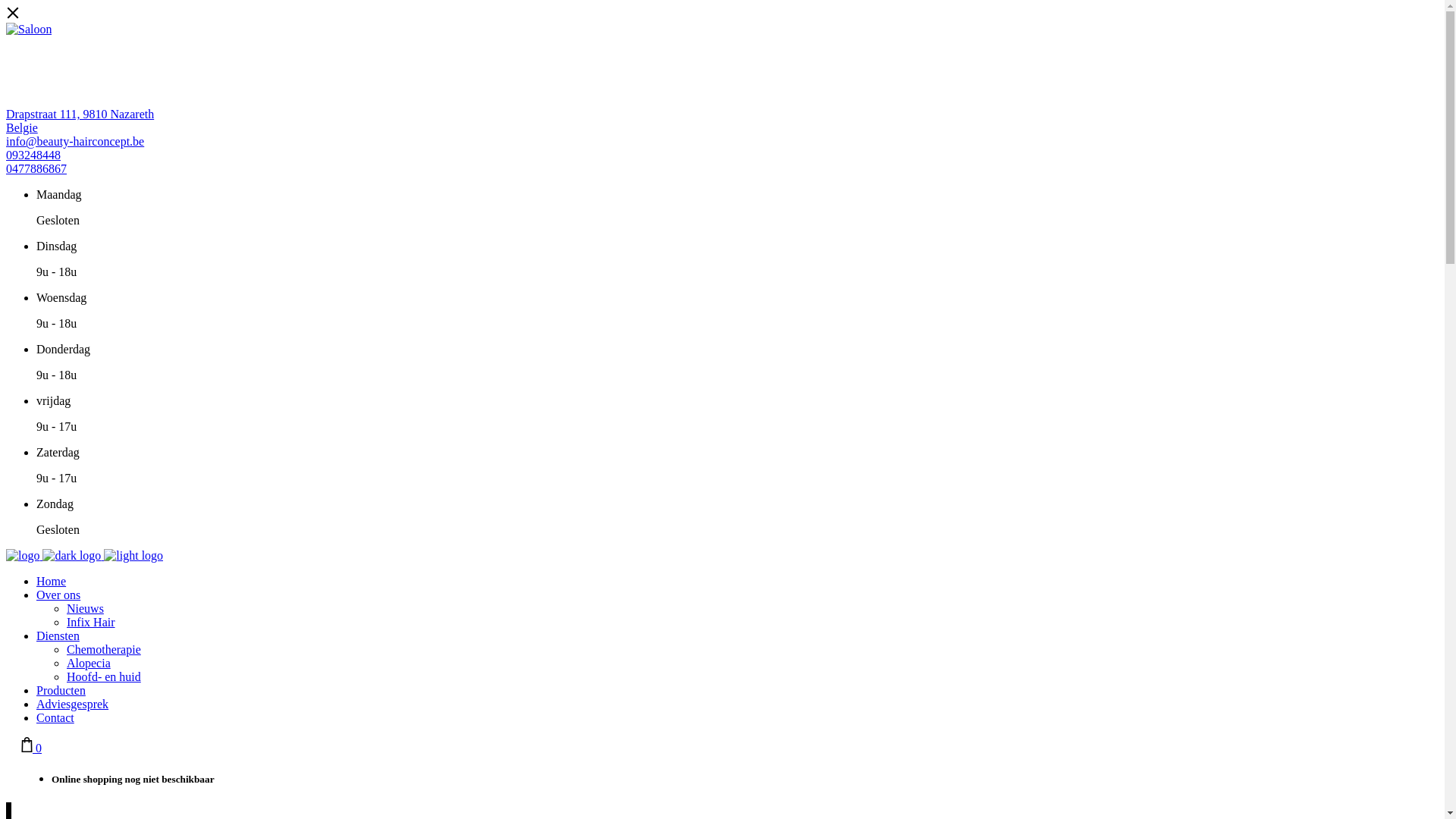 This screenshot has height=819, width=1456. What do you see at coordinates (84, 607) in the screenshot?
I see `'Nieuws'` at bounding box center [84, 607].